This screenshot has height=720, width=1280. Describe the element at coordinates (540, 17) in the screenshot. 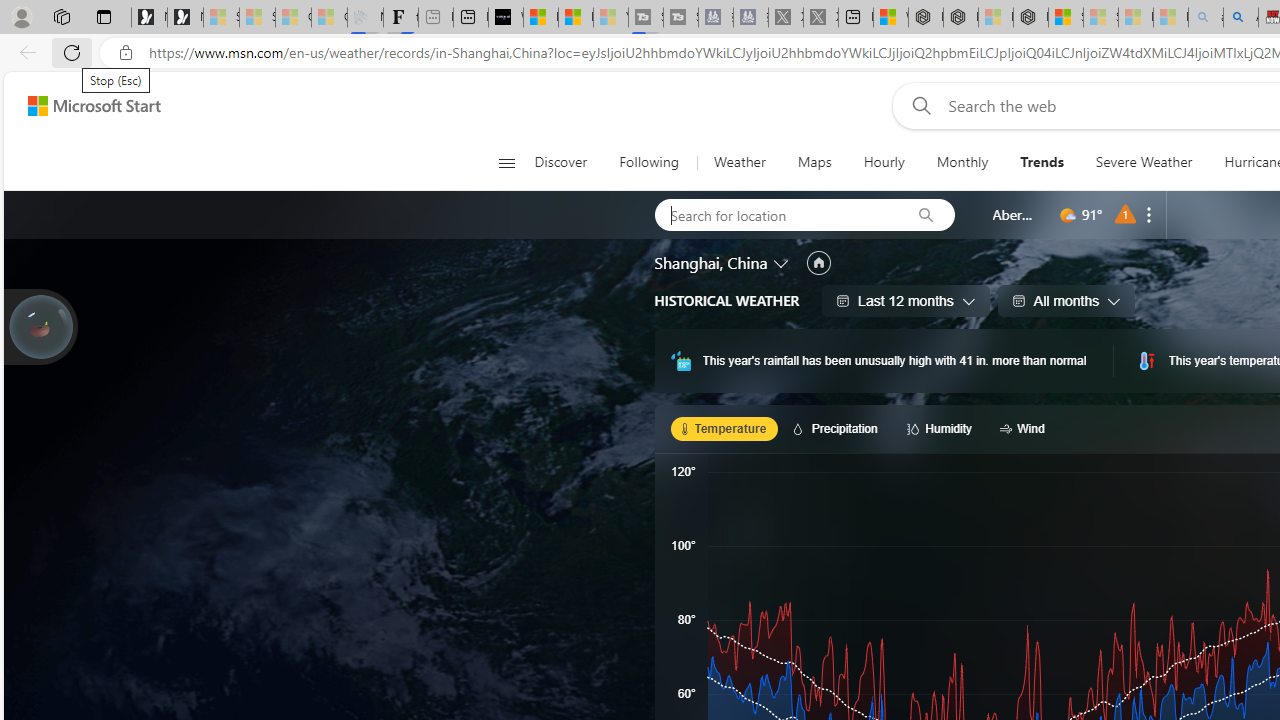

I see `'Microsoft Start Sports'` at that location.